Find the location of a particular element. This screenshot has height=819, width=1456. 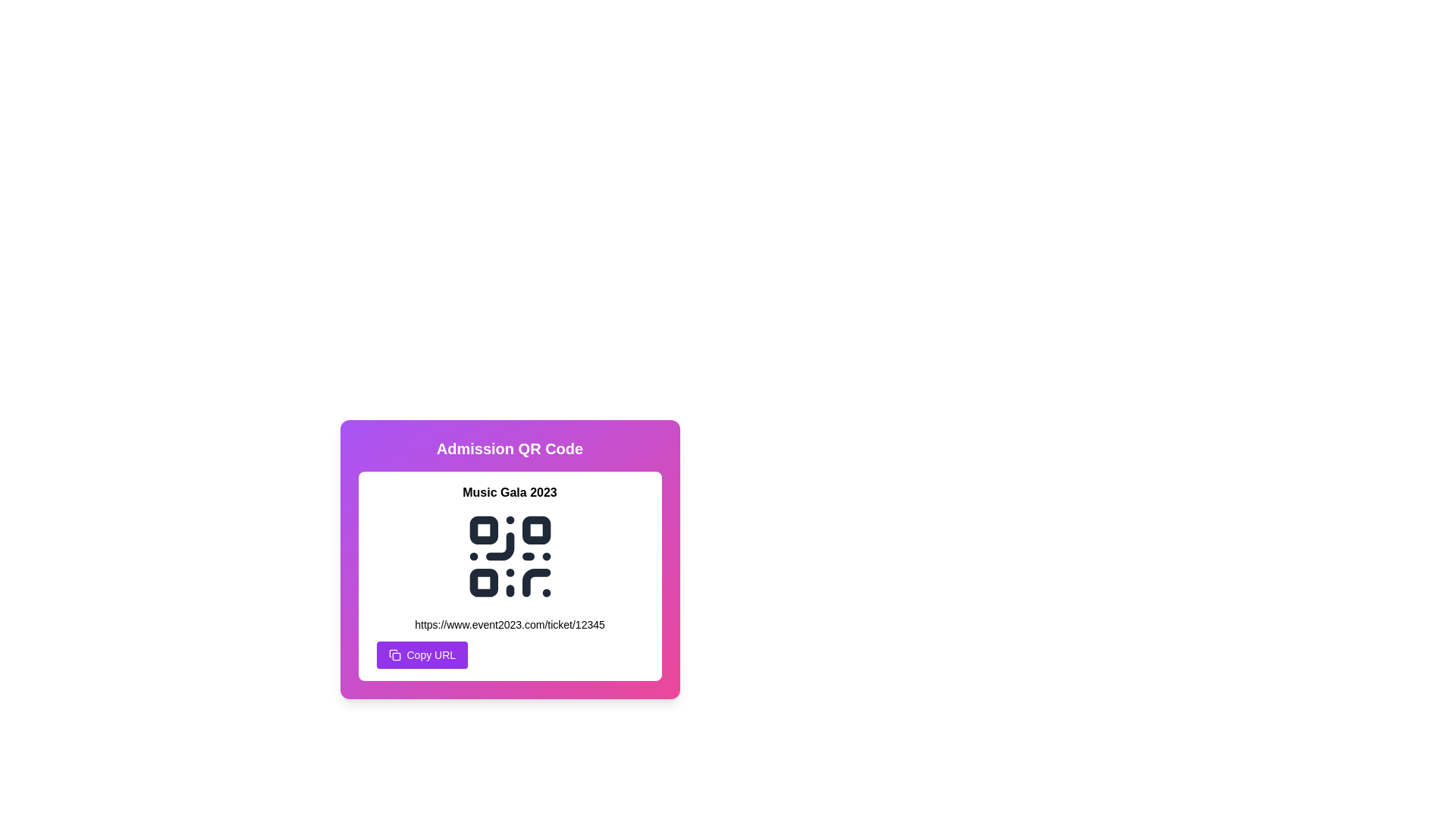

the text label displaying 'Music Gala 2023', which is positioned below the 'Admission QR Code' header and above the QR code graphic is located at coordinates (510, 493).